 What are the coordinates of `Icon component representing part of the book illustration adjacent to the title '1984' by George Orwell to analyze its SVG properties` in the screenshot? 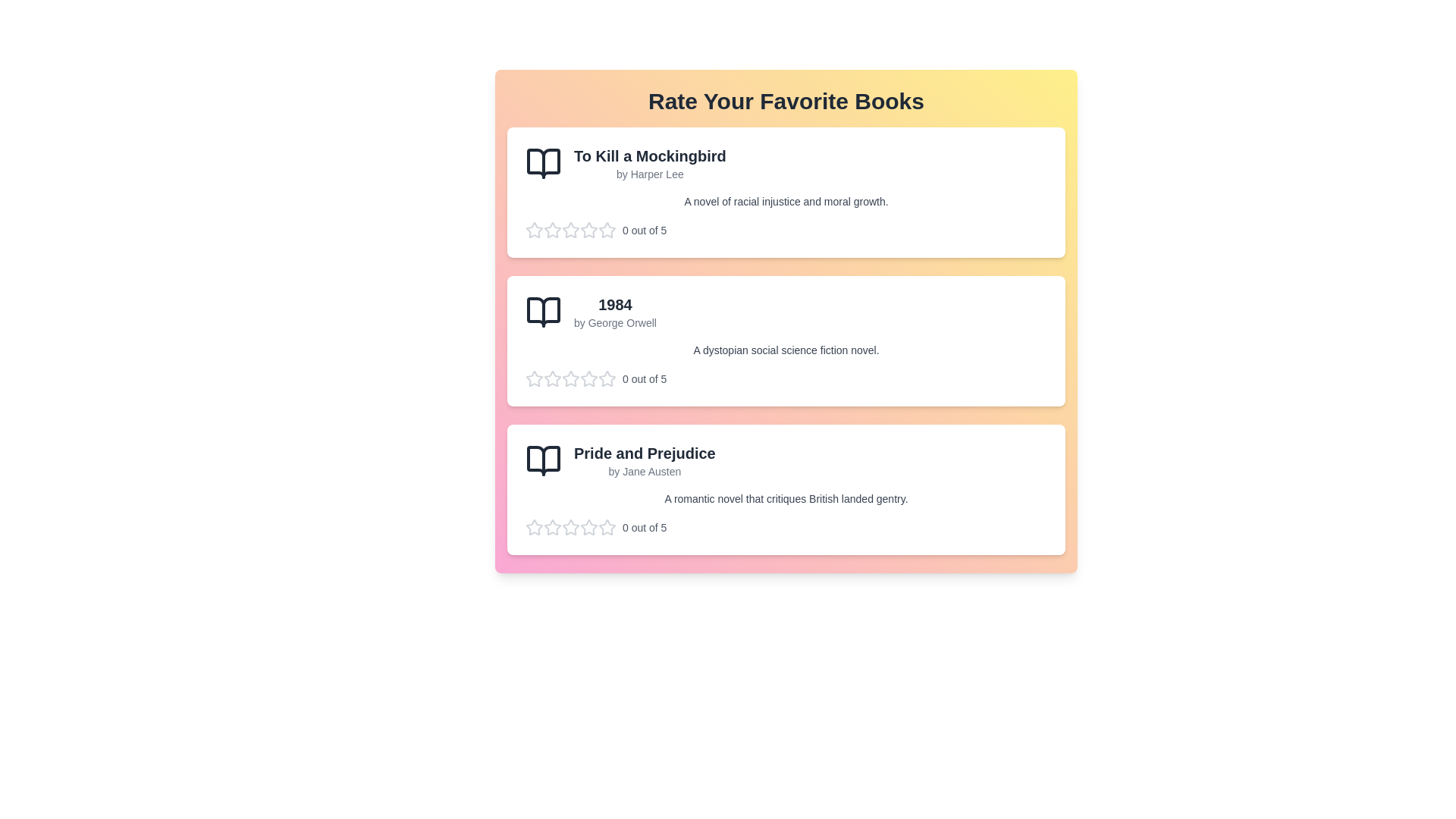 It's located at (543, 312).